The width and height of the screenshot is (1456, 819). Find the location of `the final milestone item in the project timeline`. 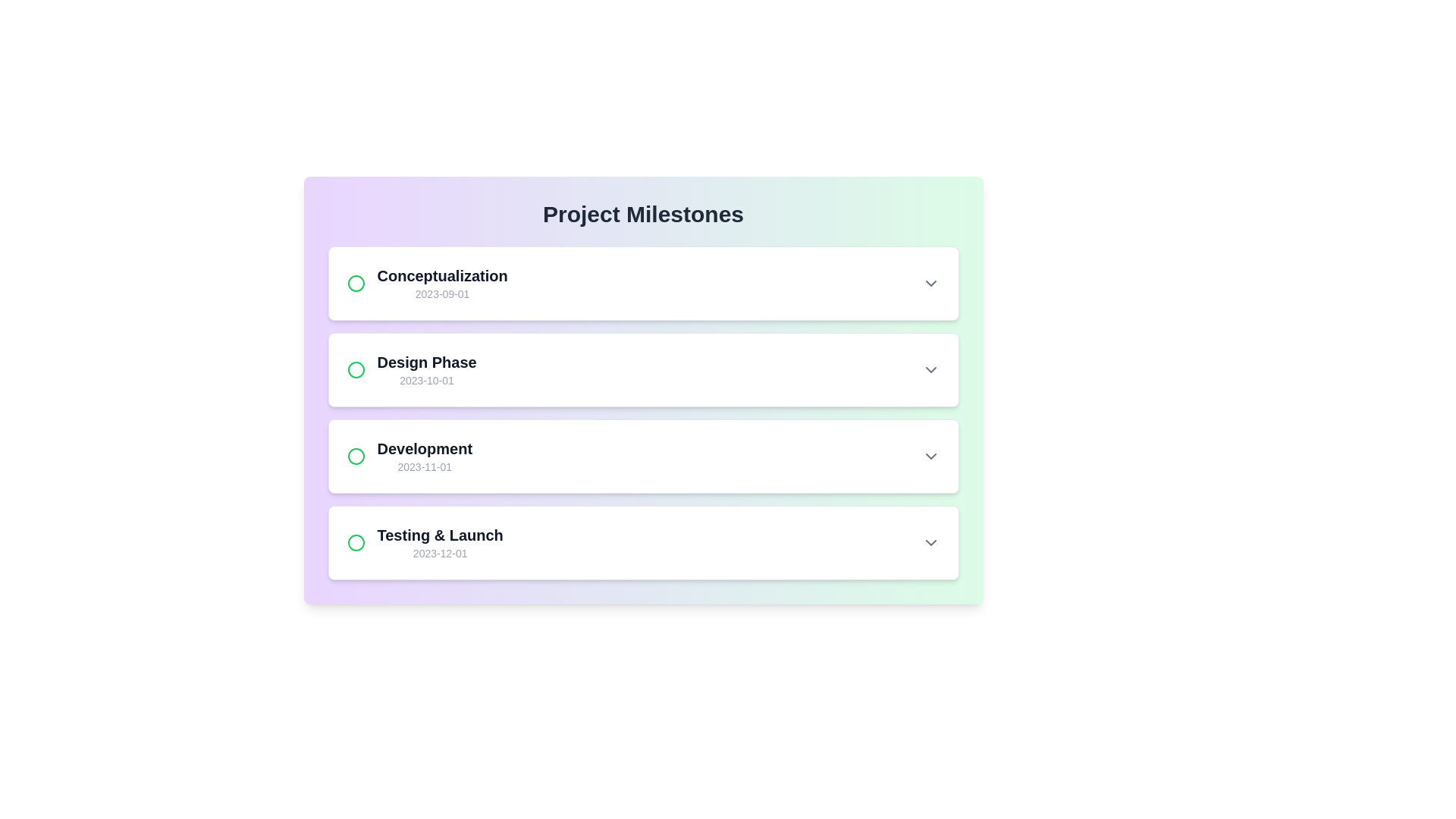

the final milestone item in the project timeline is located at coordinates (643, 542).